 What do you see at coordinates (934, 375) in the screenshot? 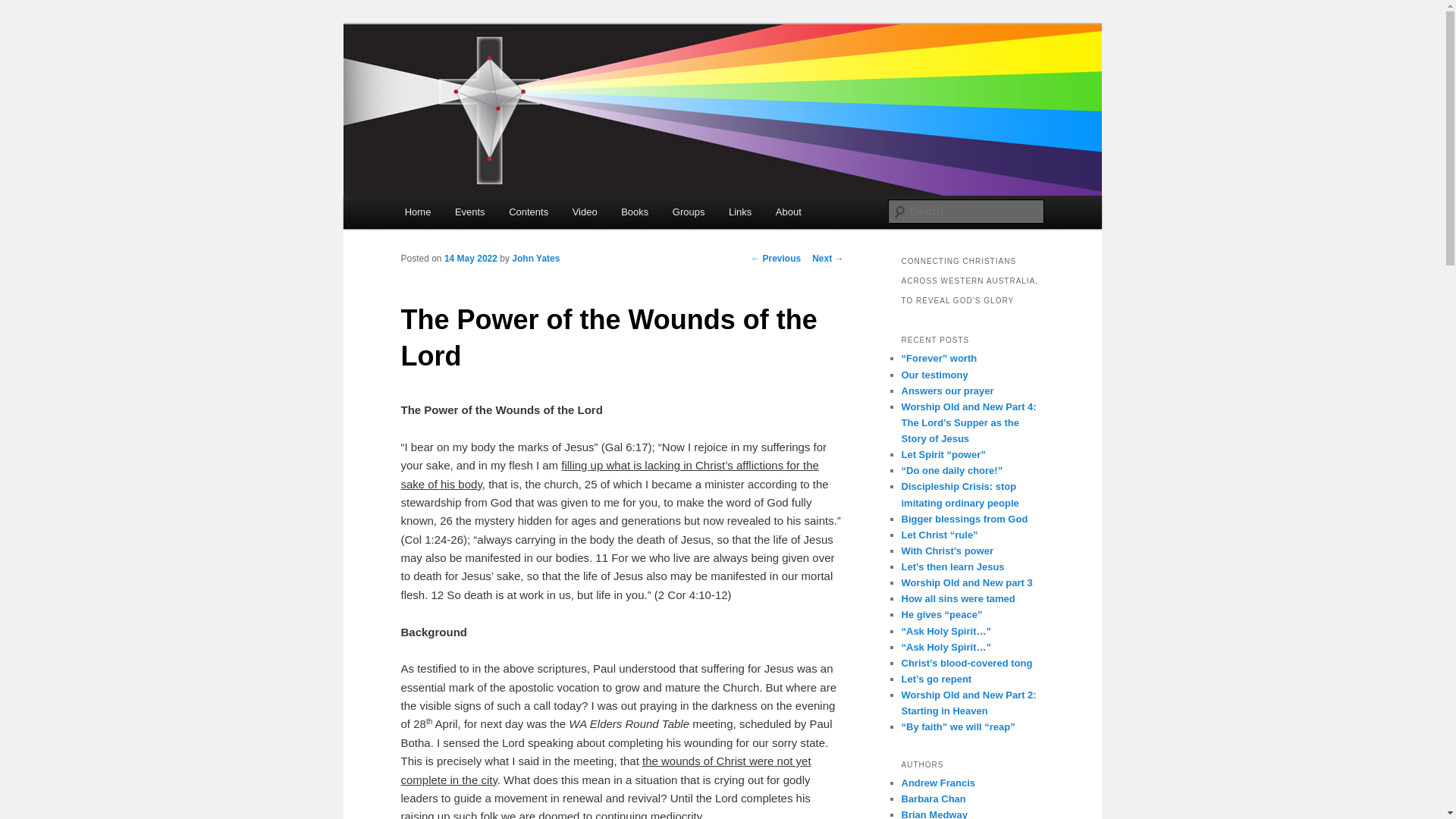
I see `'Our testimony'` at bounding box center [934, 375].